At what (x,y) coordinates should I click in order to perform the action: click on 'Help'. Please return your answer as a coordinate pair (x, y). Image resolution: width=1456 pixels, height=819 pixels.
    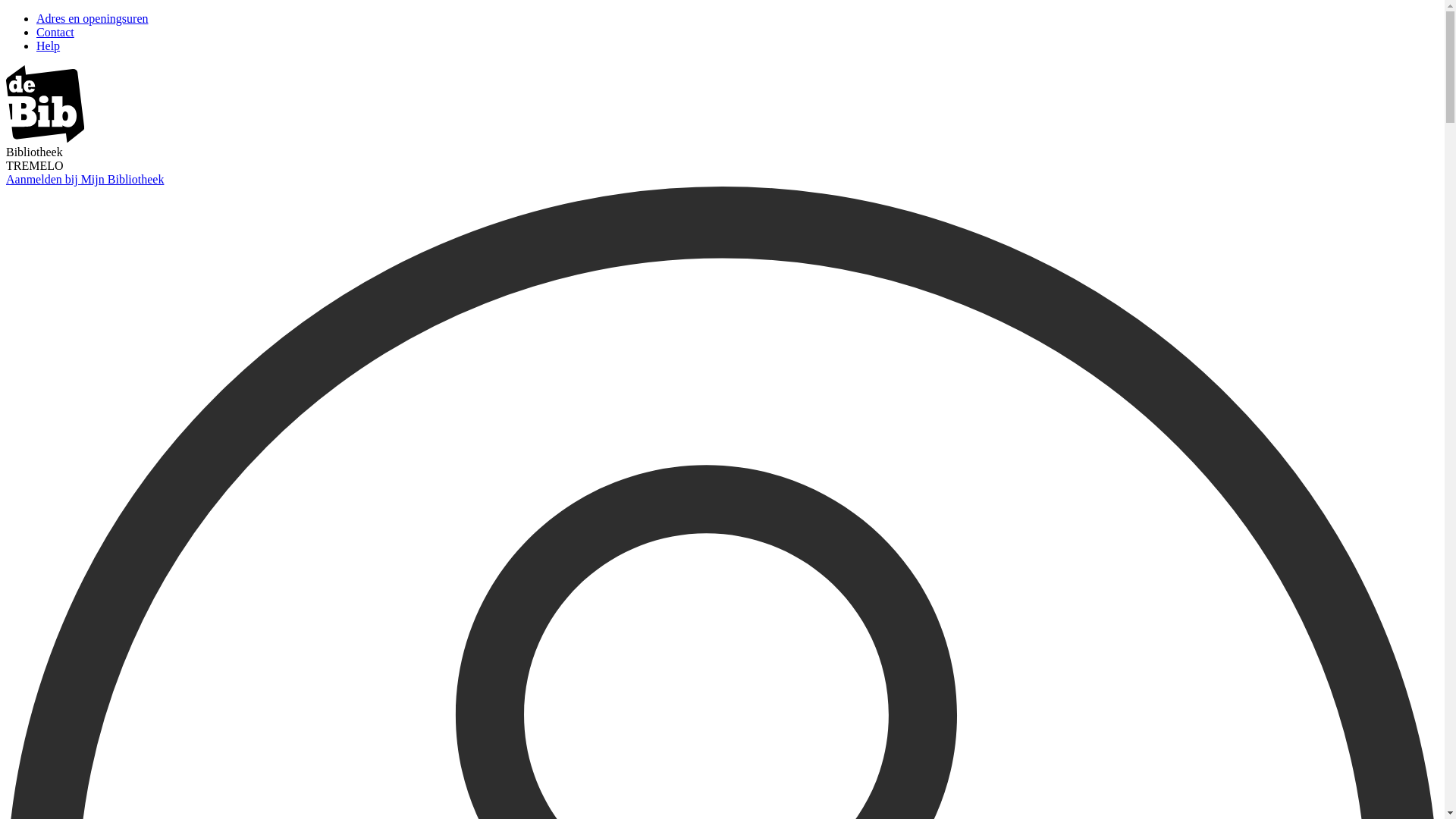
    Looking at the image, I should click on (48, 45).